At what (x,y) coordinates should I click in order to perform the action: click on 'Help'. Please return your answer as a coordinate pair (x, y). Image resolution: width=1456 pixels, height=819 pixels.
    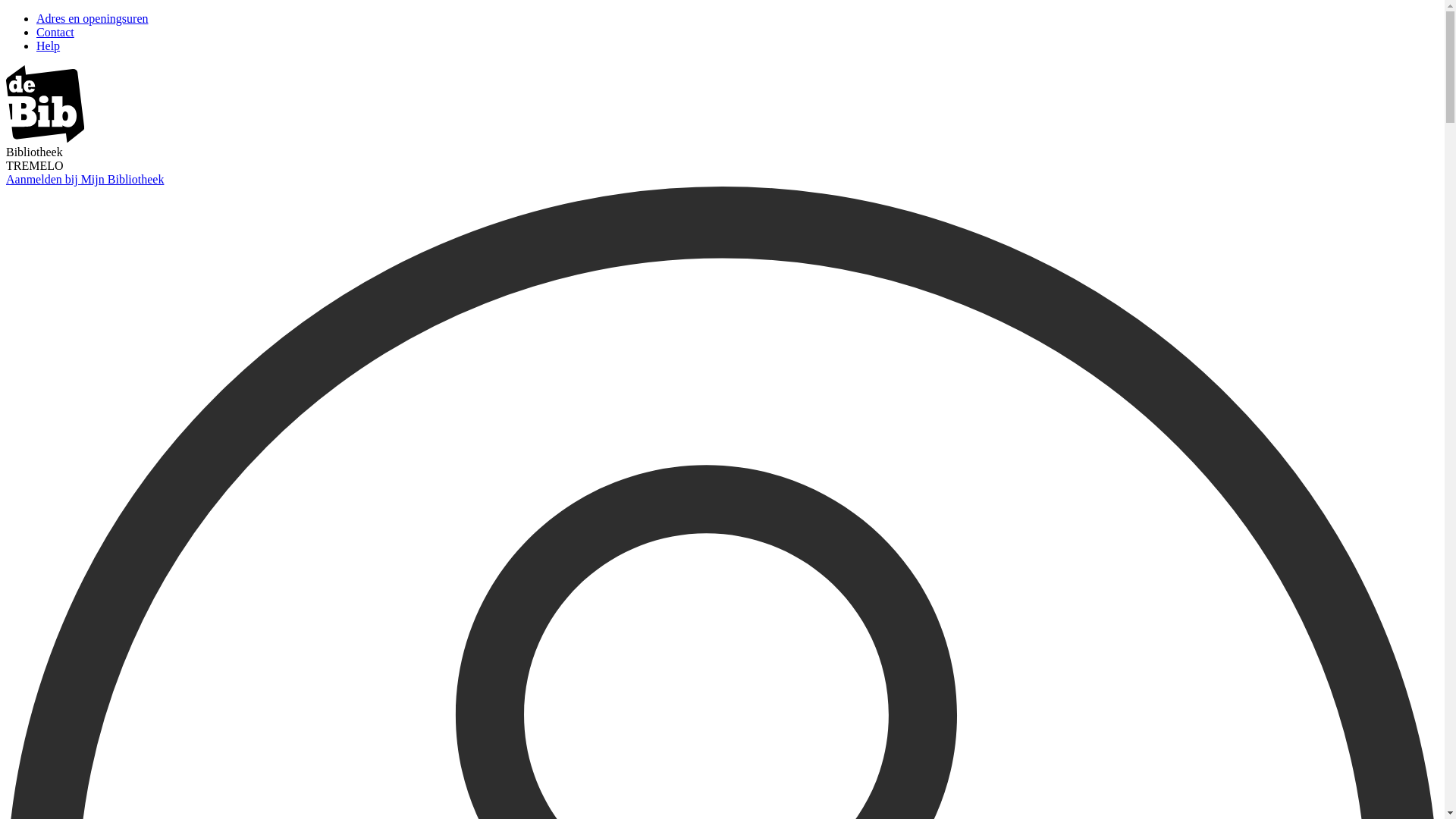
    Looking at the image, I should click on (48, 45).